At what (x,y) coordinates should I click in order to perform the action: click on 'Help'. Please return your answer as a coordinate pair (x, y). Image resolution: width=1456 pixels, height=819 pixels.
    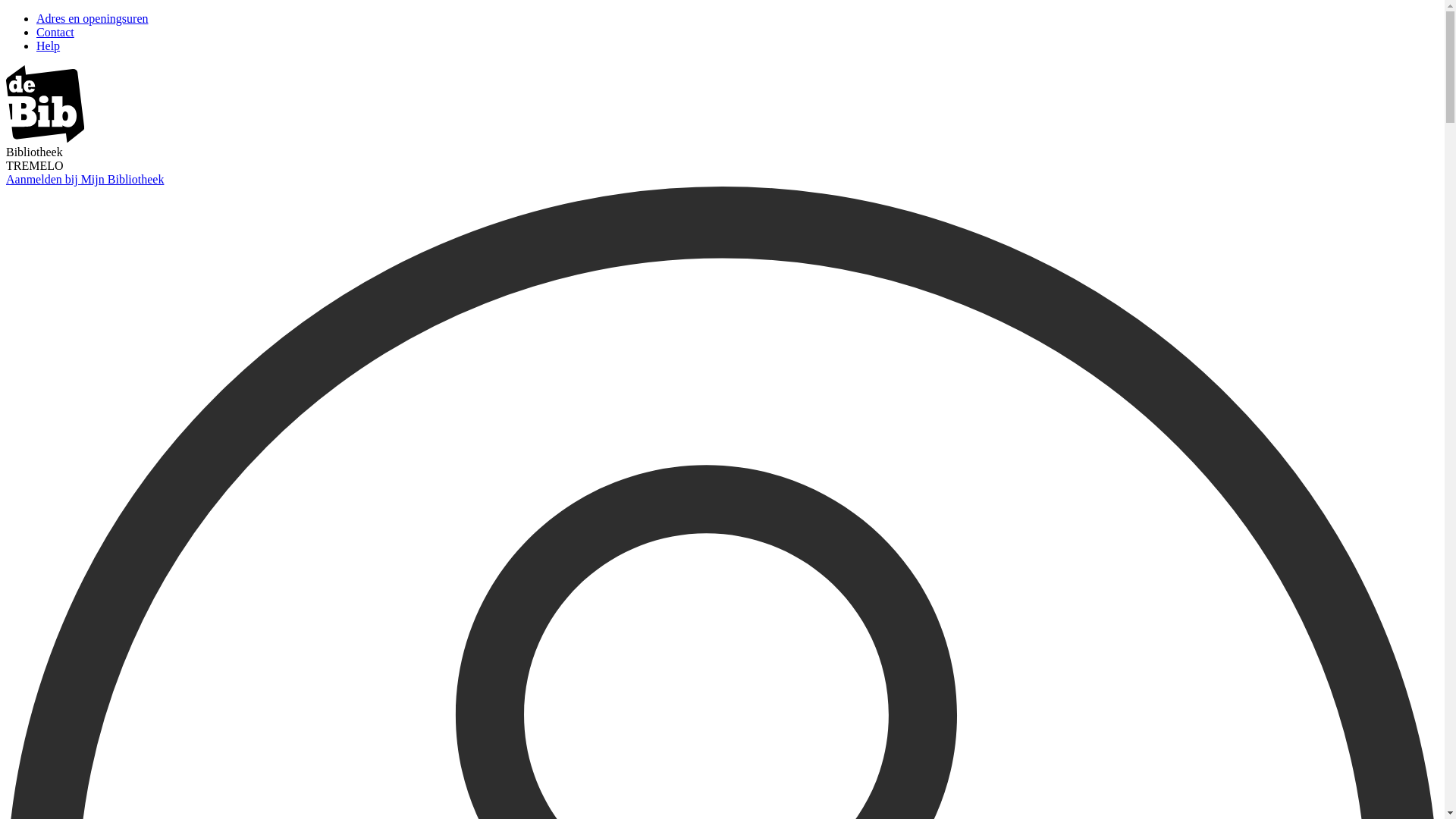
    Looking at the image, I should click on (48, 45).